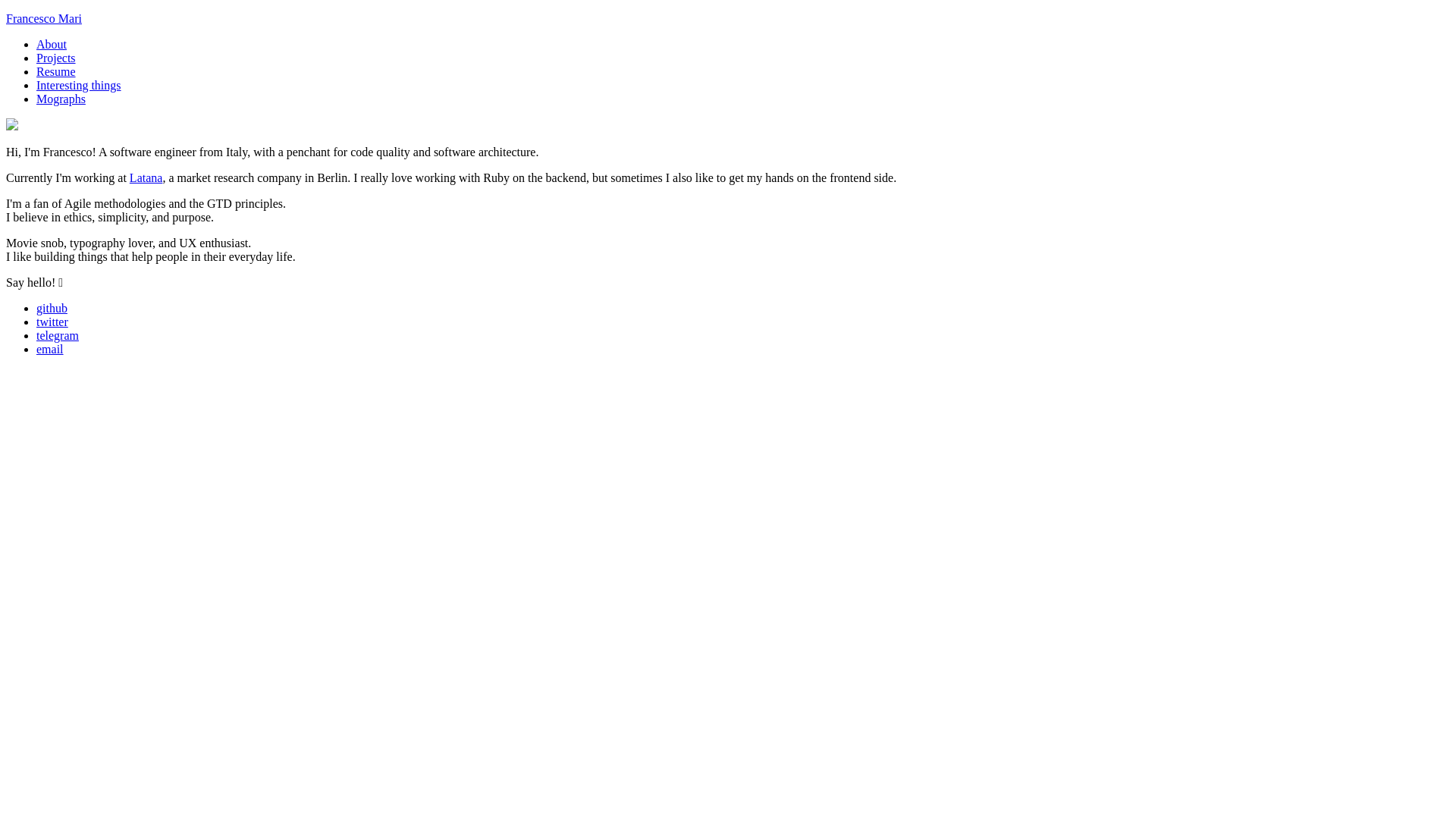 This screenshot has height=819, width=1456. Describe the element at coordinates (36, 99) in the screenshot. I see `'Mographs'` at that location.